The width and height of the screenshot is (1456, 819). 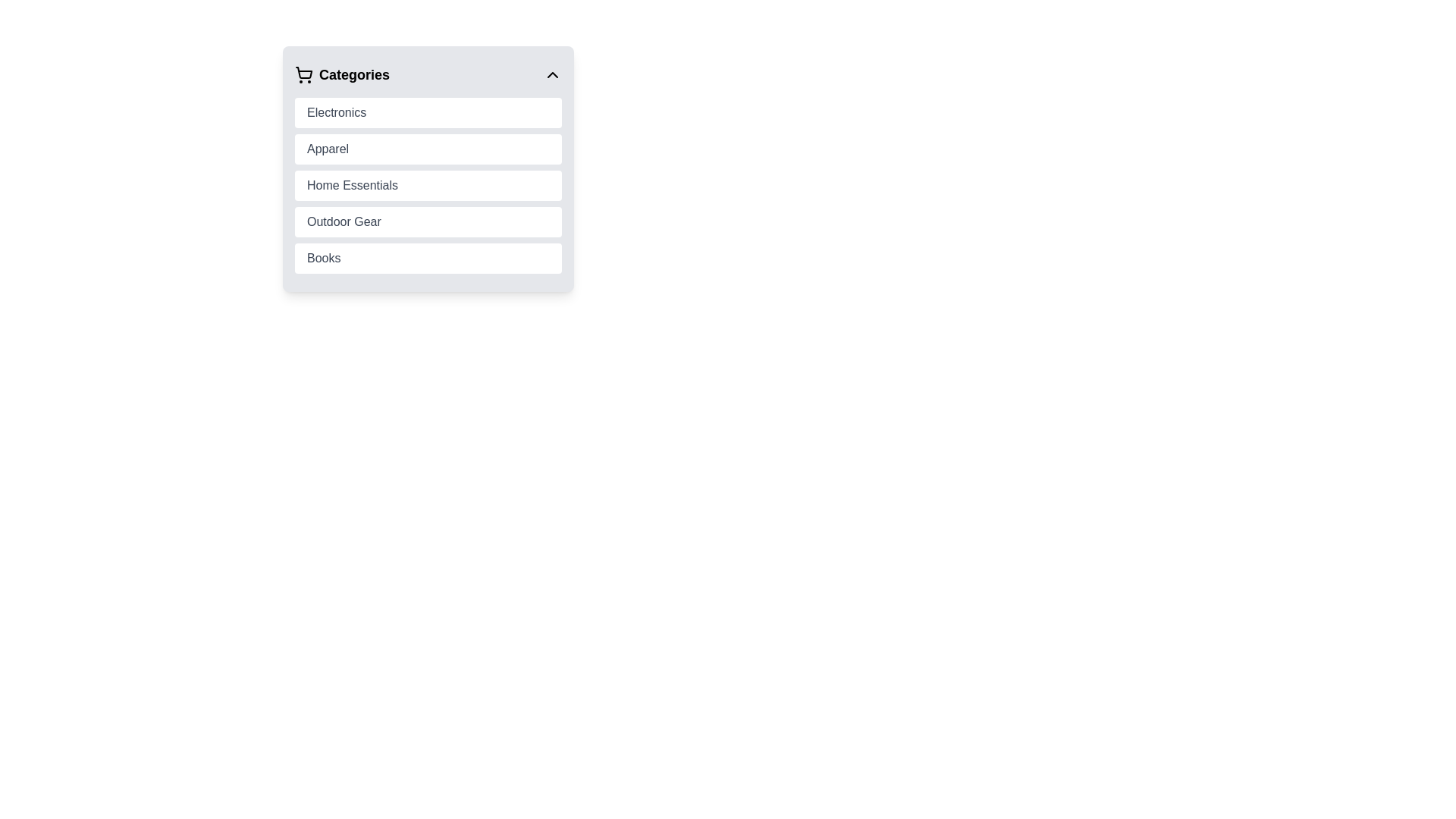 I want to click on the 'Apparel' category button, which is the second item in the vertical list of selectable options within the 'Categories' section, so click(x=428, y=149).